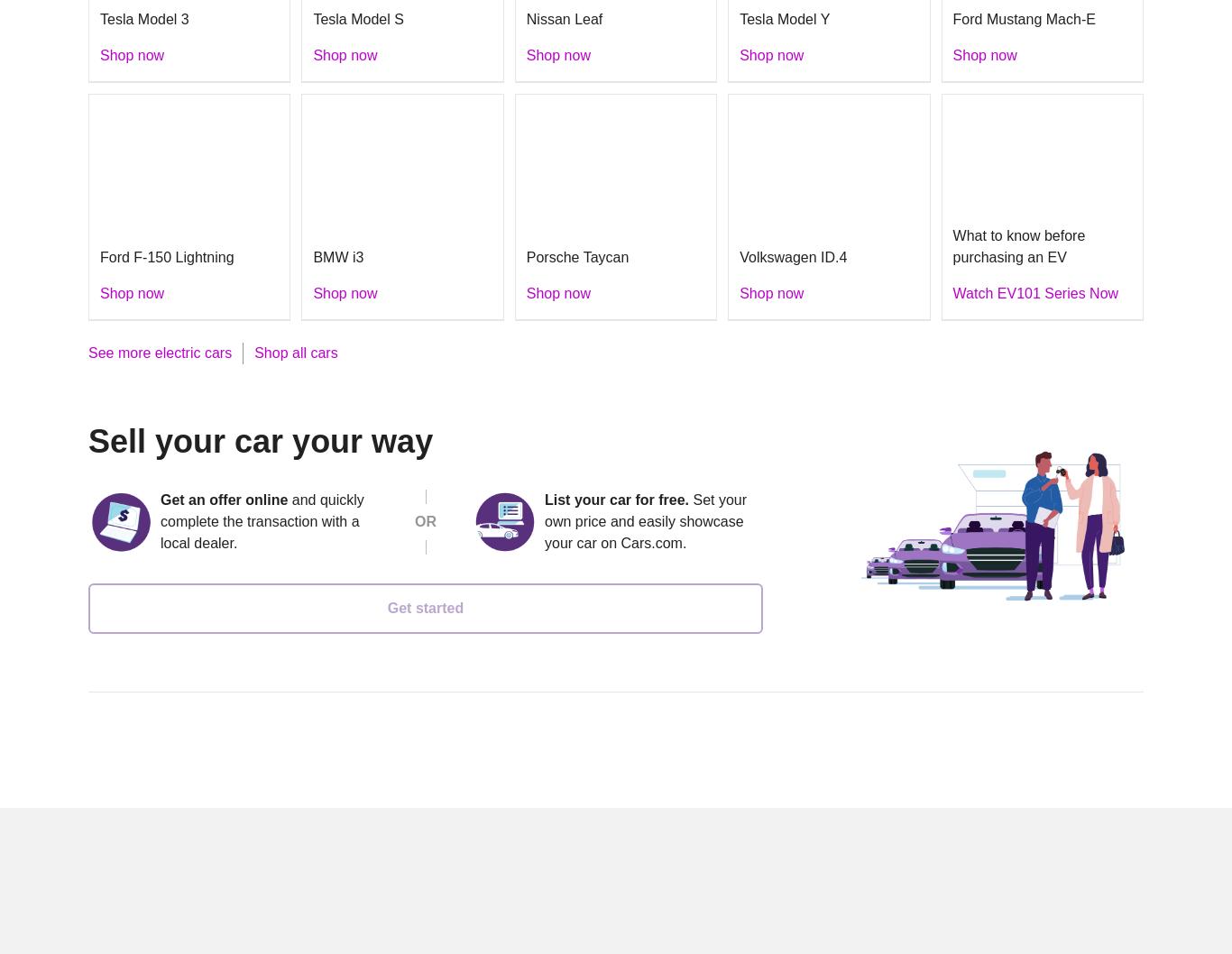 This screenshot has width=1232, height=954. I want to click on 'Porsche Taycan', so click(575, 255).